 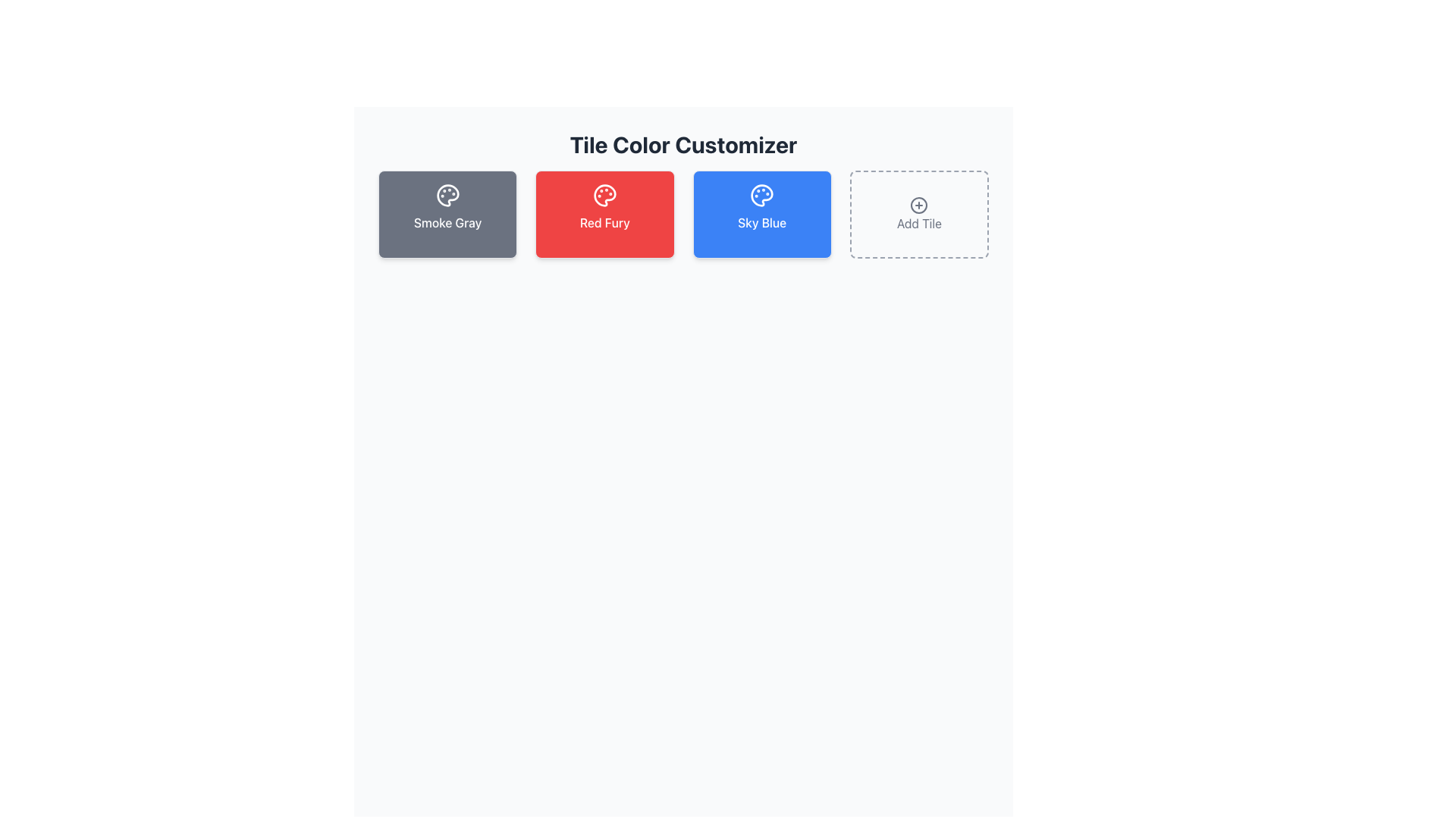 I want to click on the color option tile located at the top-left corner of the grid, representing the first selectable color option, so click(x=447, y=214).